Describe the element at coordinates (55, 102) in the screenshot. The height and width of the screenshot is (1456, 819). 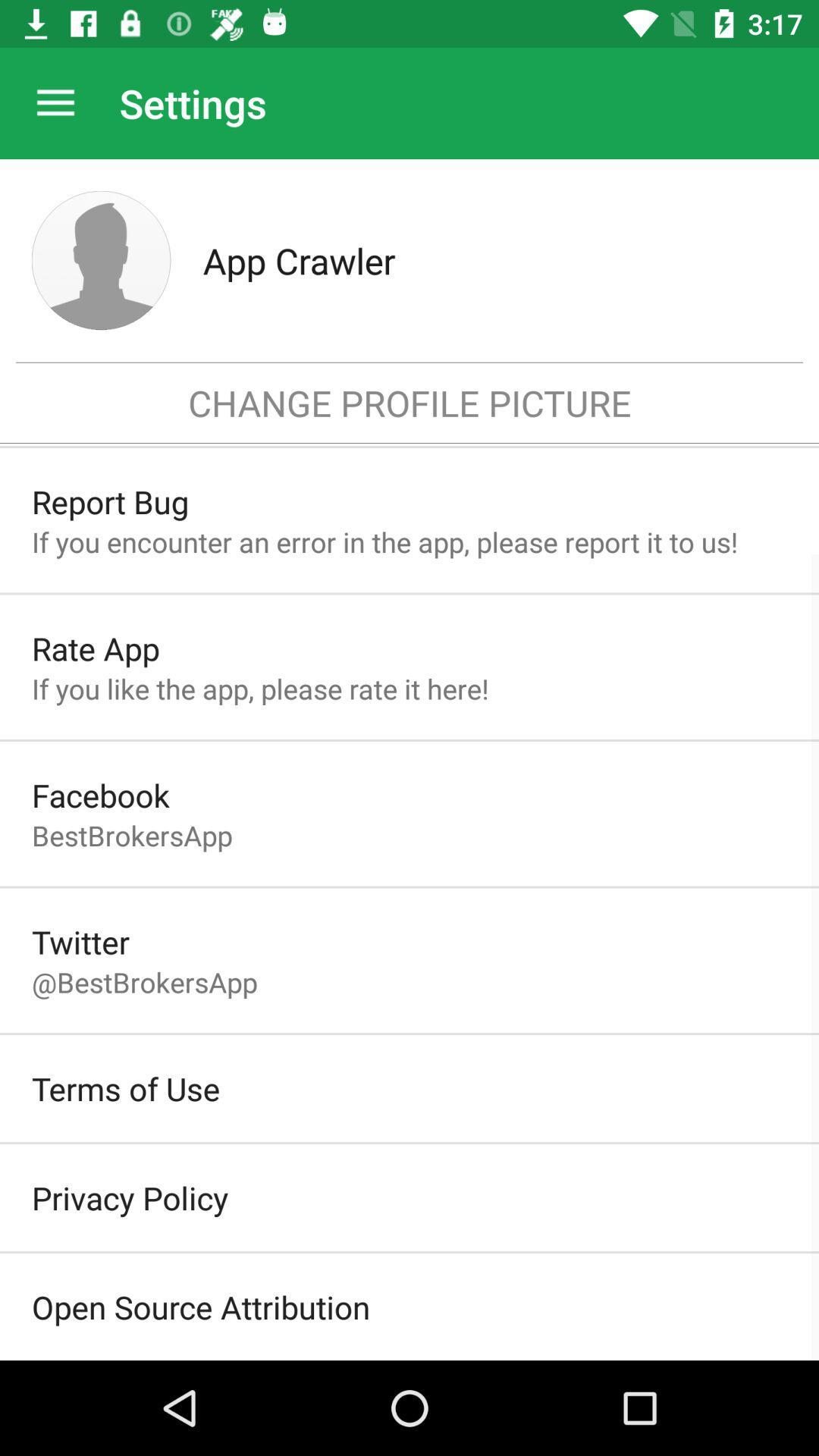
I see `the item next to the settings app` at that location.